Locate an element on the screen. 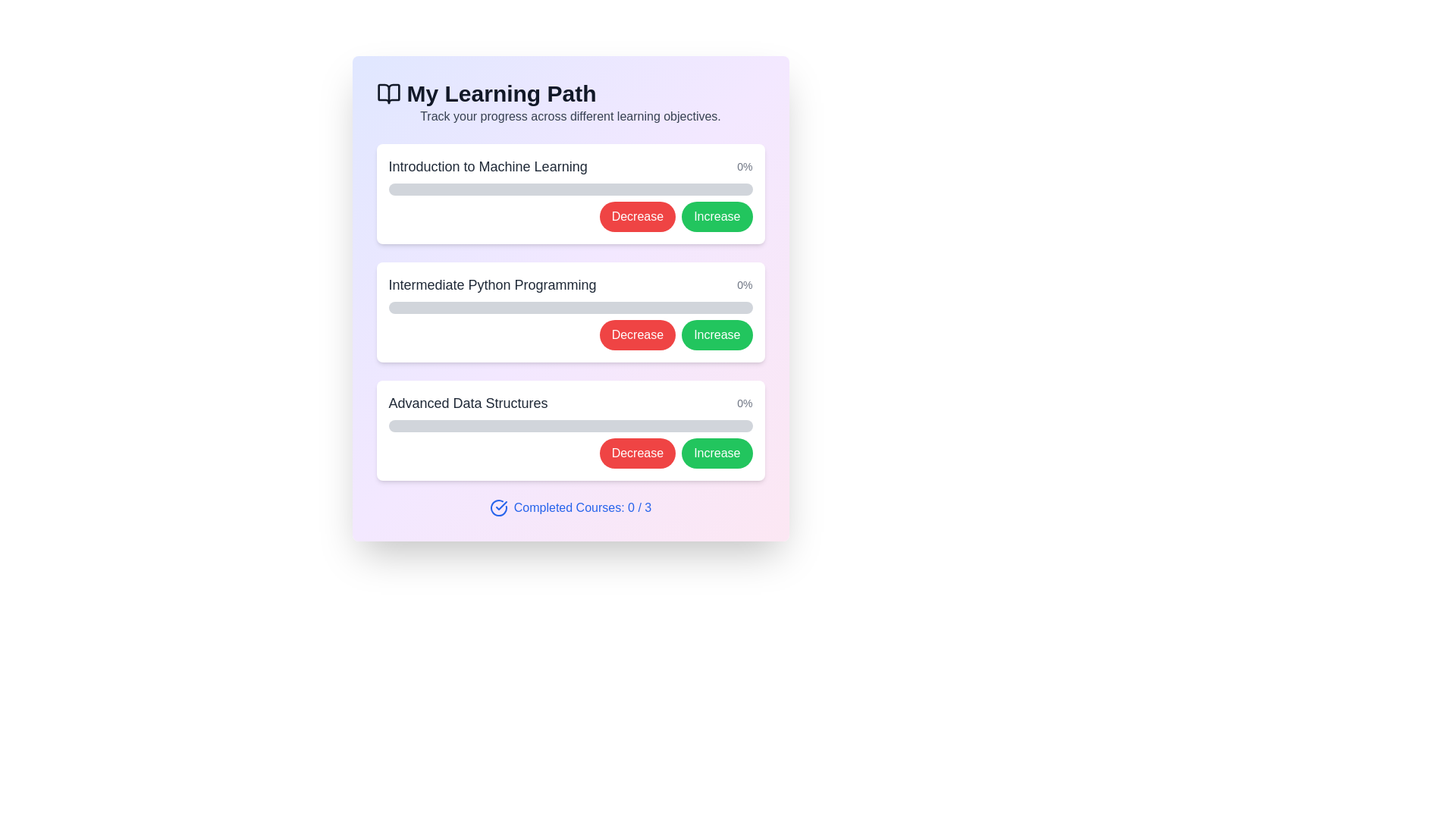 The image size is (1456, 819). the text label displaying '0%' in light gray color, located at the top-right corner of the progress indicator for the 'Intermediate Python Programming' module is located at coordinates (745, 284).